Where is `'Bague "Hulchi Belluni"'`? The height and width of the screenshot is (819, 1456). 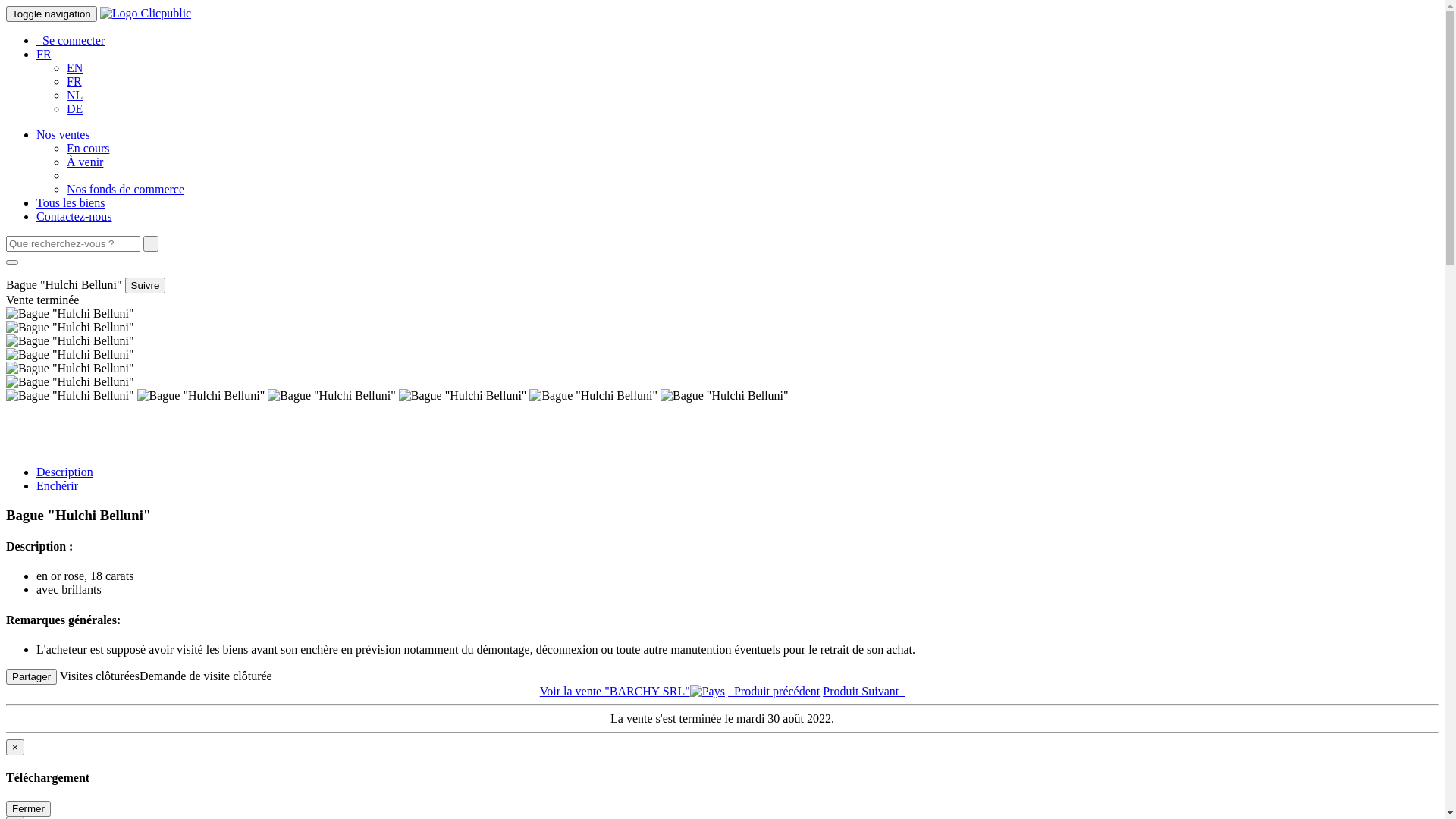 'Bague "Hulchi Belluni"' is located at coordinates (462, 394).